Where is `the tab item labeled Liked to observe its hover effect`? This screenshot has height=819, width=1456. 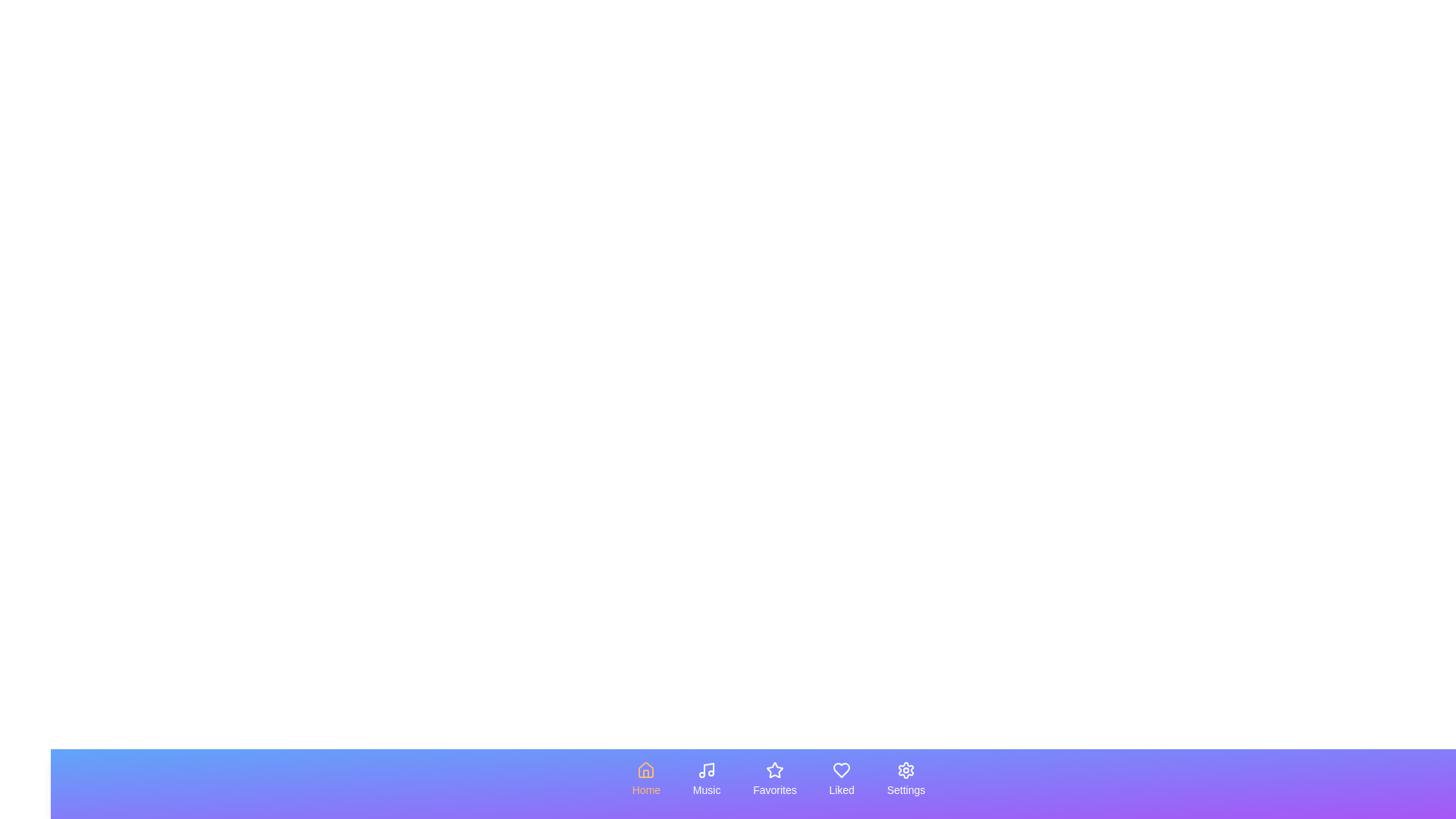 the tab item labeled Liked to observe its hover effect is located at coordinates (840, 780).